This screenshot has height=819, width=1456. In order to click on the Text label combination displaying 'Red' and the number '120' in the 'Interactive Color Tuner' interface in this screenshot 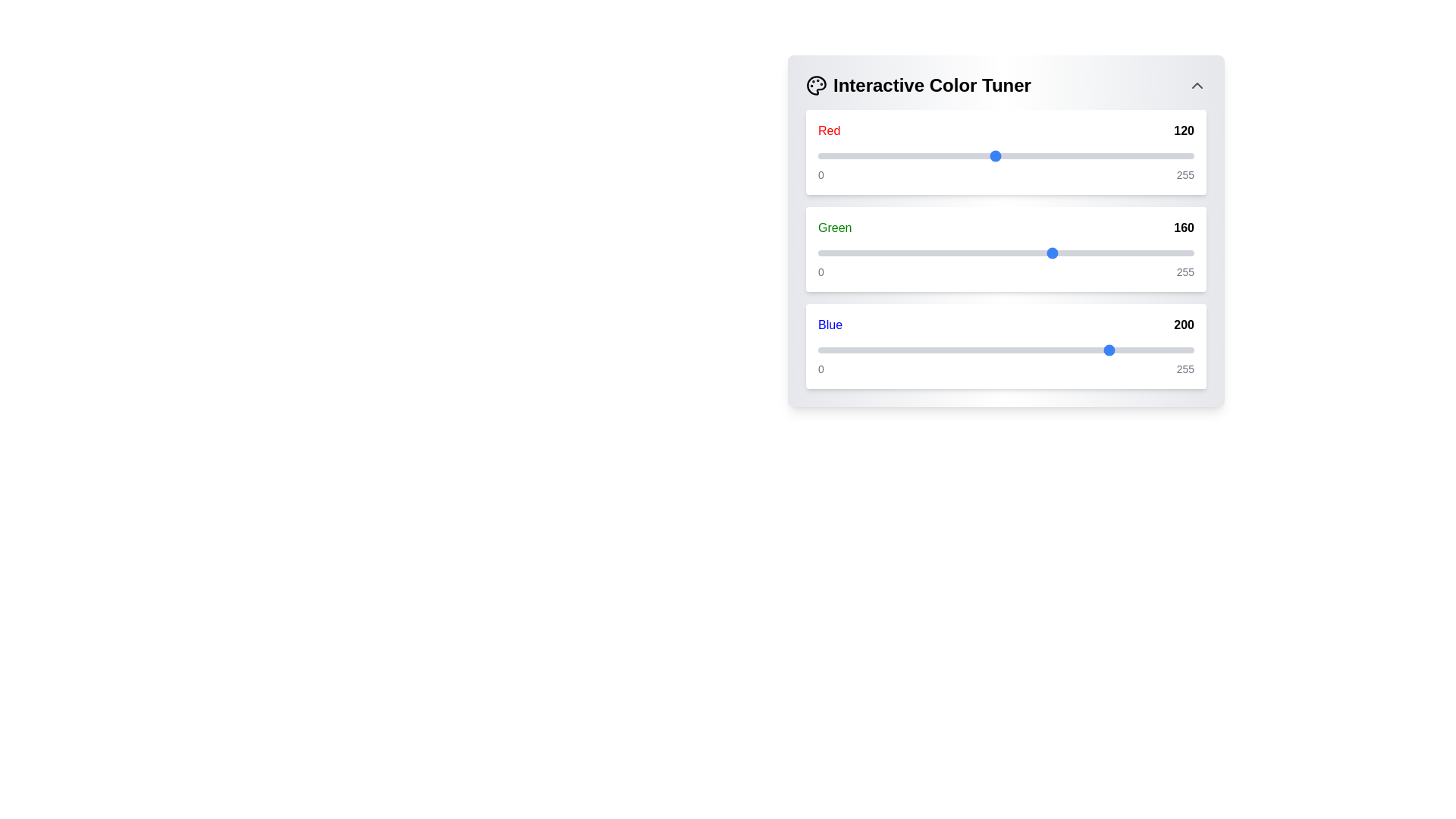, I will do `click(1006, 130)`.